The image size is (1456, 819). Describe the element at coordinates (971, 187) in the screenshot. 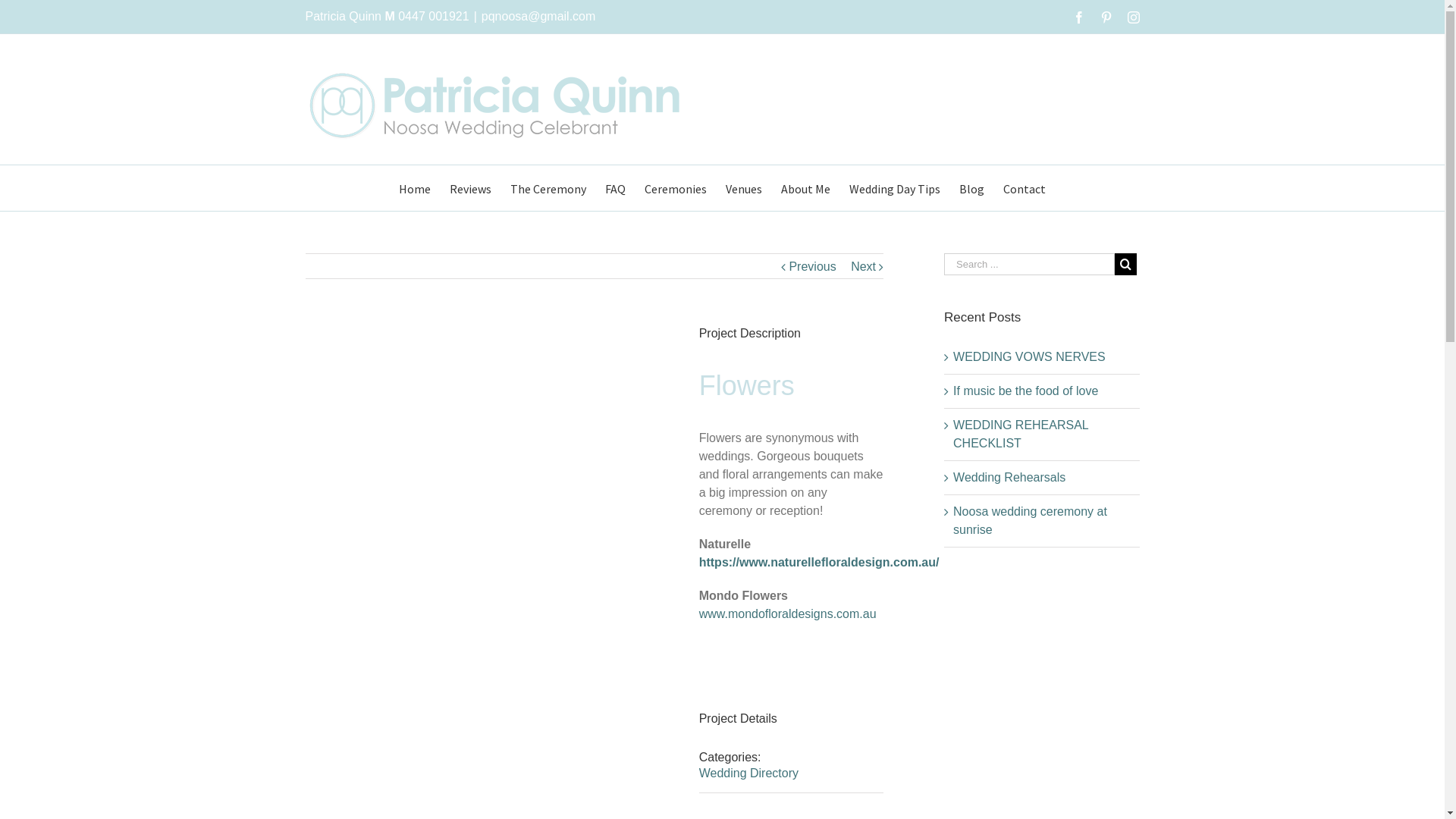

I see `'Blog'` at that location.